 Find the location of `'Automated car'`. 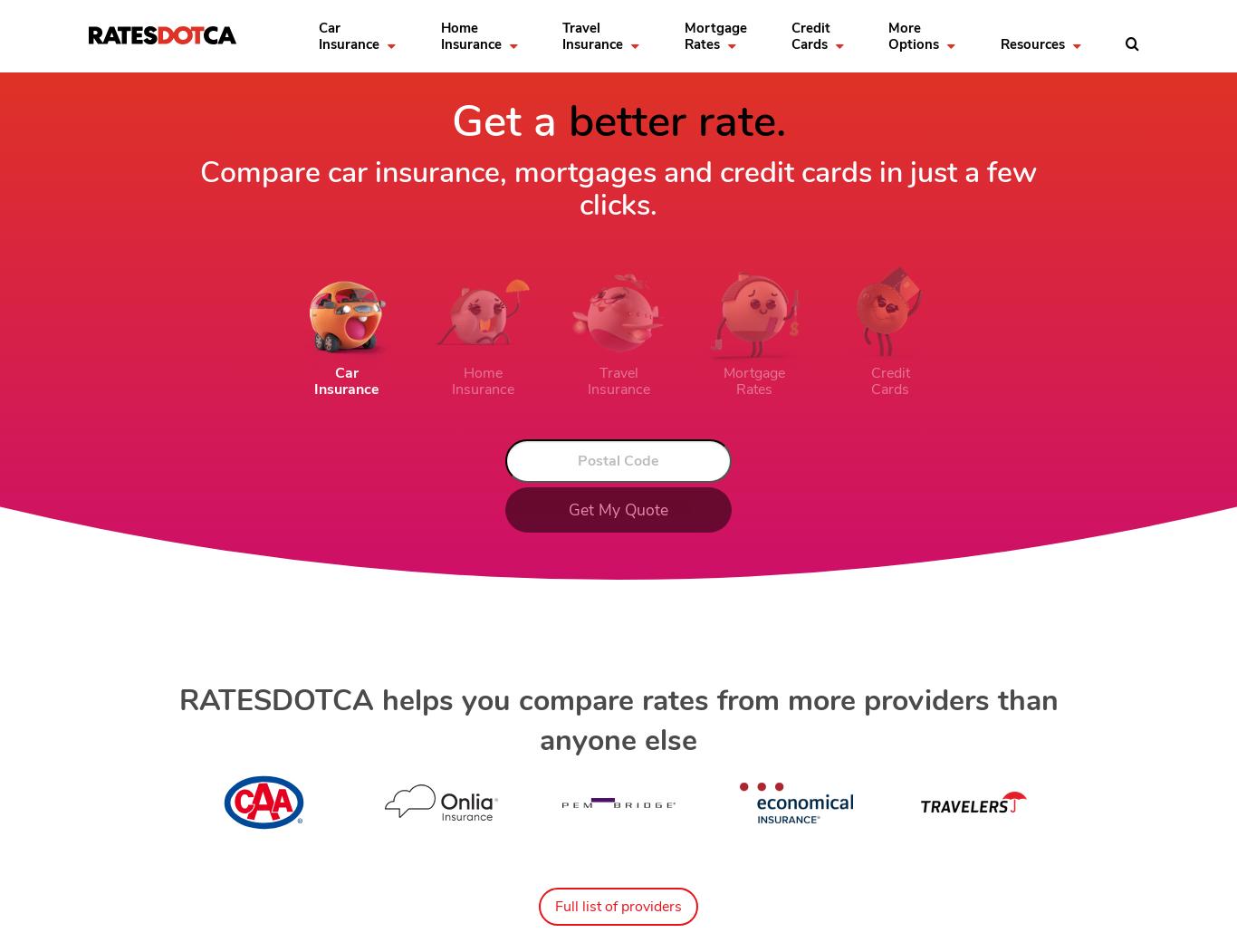

'Automated car' is located at coordinates (1010, 148).